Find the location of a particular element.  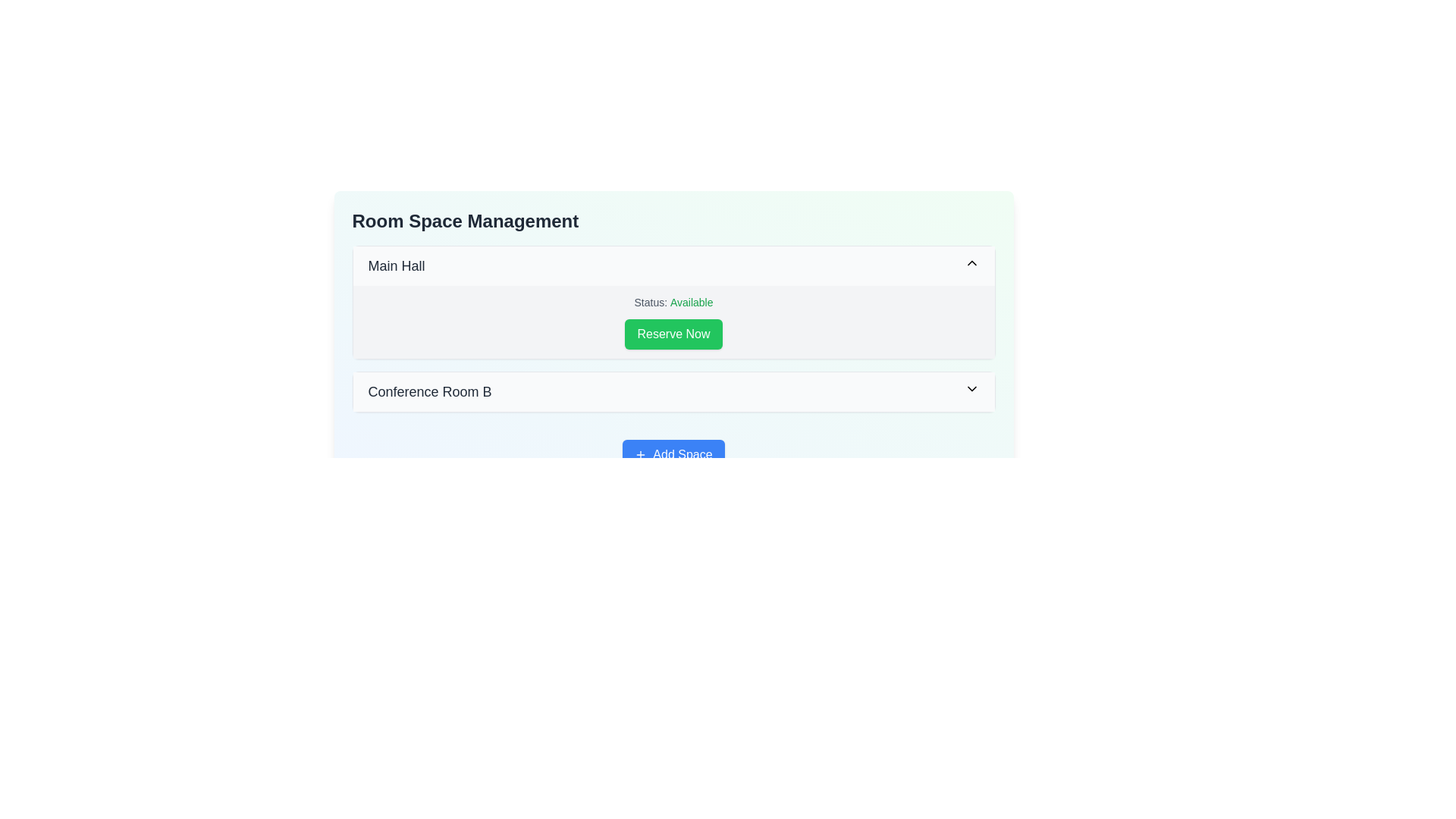

the green-colored text that reads 'Available.' This text is centrally positioned in the content area of the 'Main Hall' box, adjacent to the label 'Status:' and above the 'Reserve Now' button is located at coordinates (691, 302).